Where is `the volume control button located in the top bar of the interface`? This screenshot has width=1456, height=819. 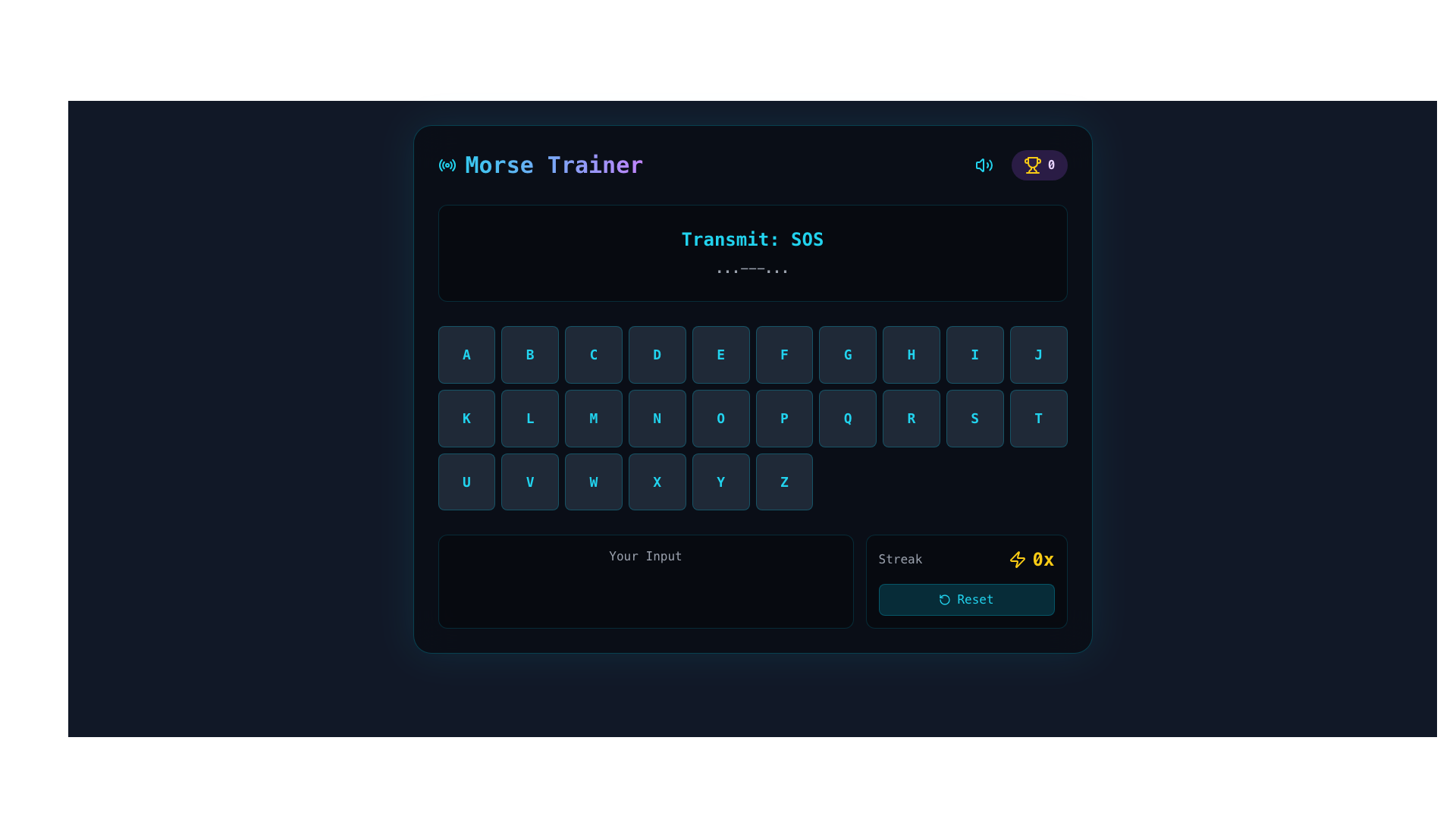
the volume control button located in the top bar of the interface is located at coordinates (984, 165).